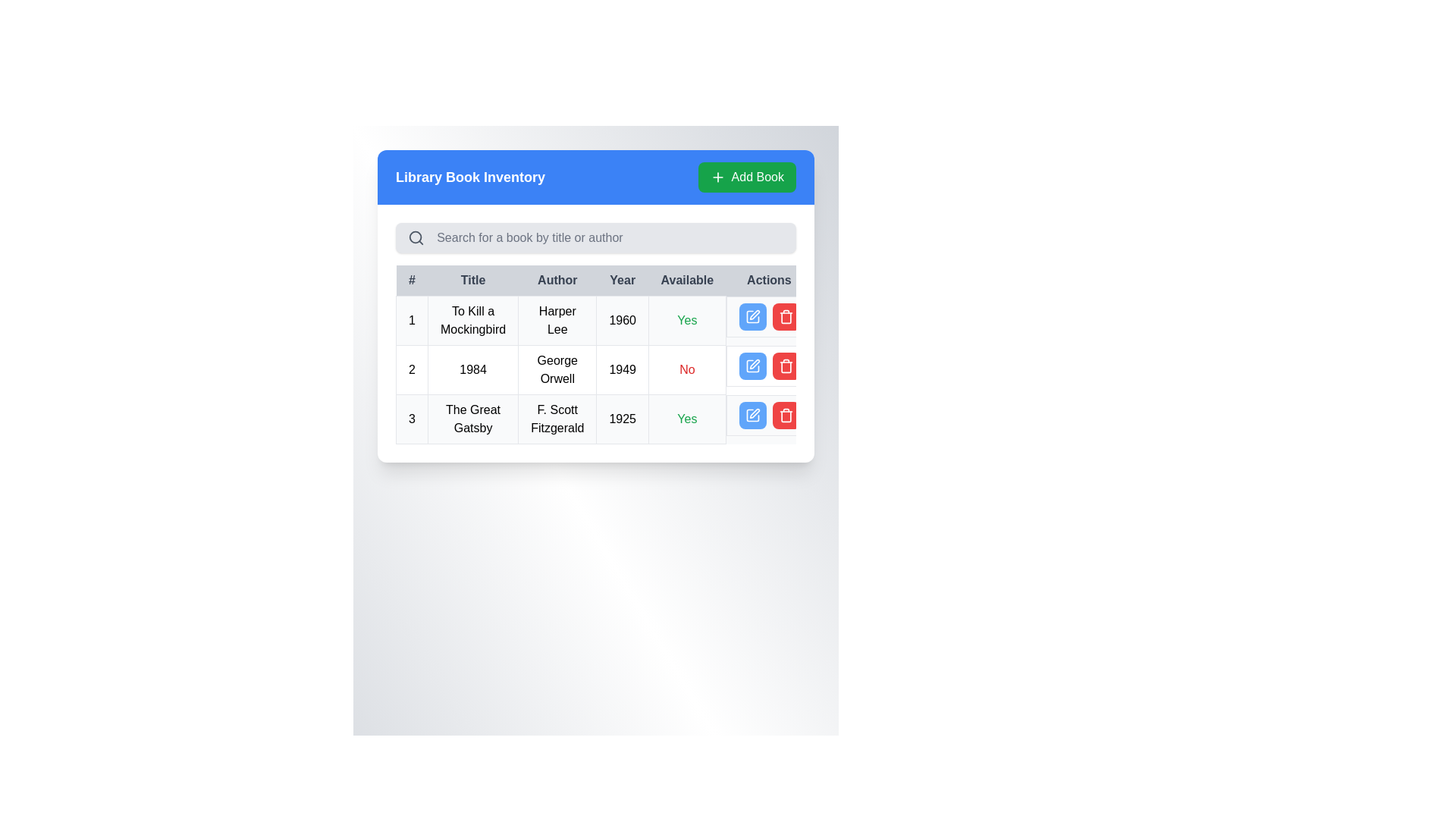 Image resolution: width=1456 pixels, height=819 pixels. Describe the element at coordinates (752, 315) in the screenshot. I see `the button in the 'Actions' column of the first row, which has a blue background, white text, and a pen icon` at that location.